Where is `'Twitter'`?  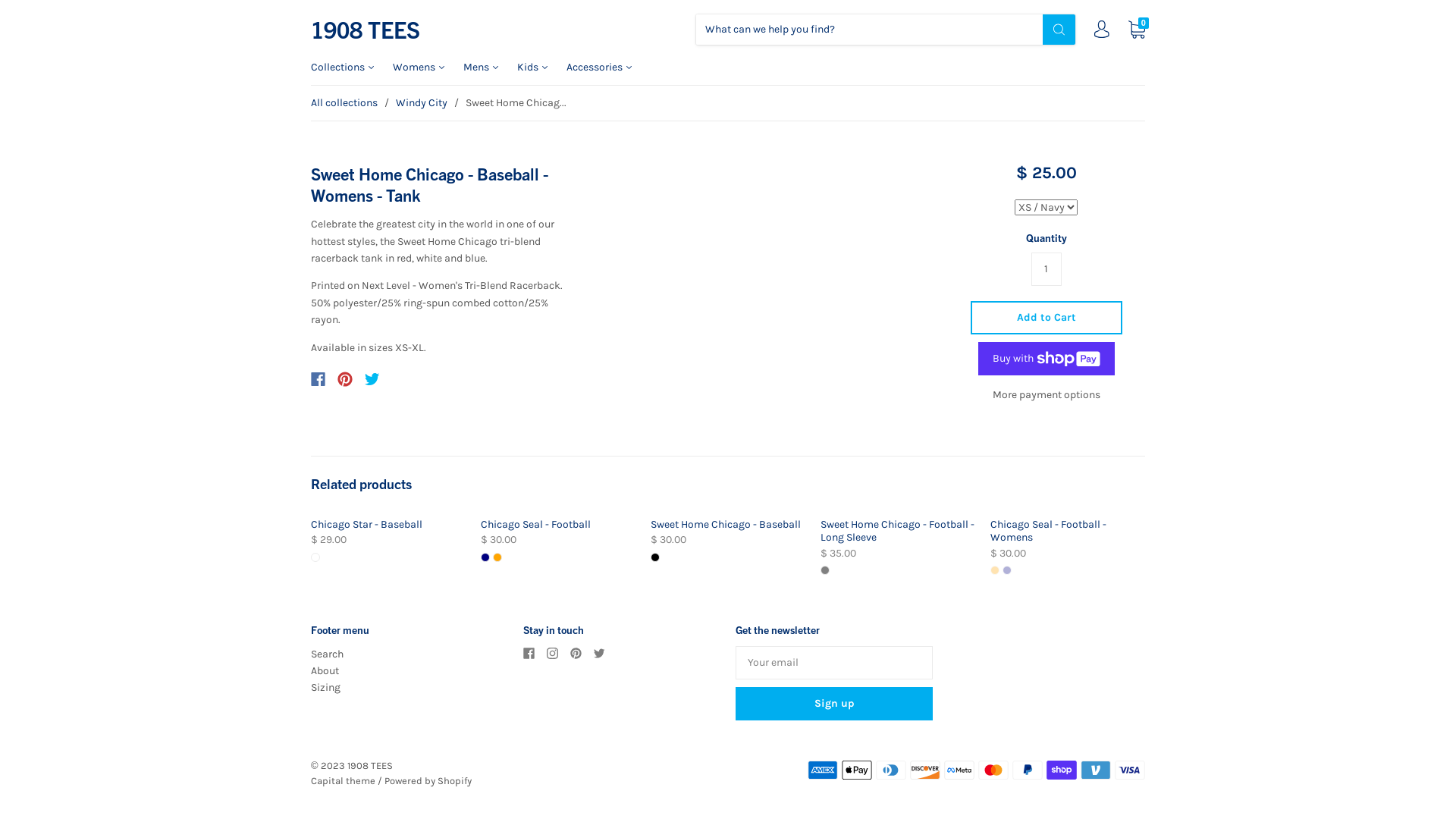
'Twitter' is located at coordinates (372, 378).